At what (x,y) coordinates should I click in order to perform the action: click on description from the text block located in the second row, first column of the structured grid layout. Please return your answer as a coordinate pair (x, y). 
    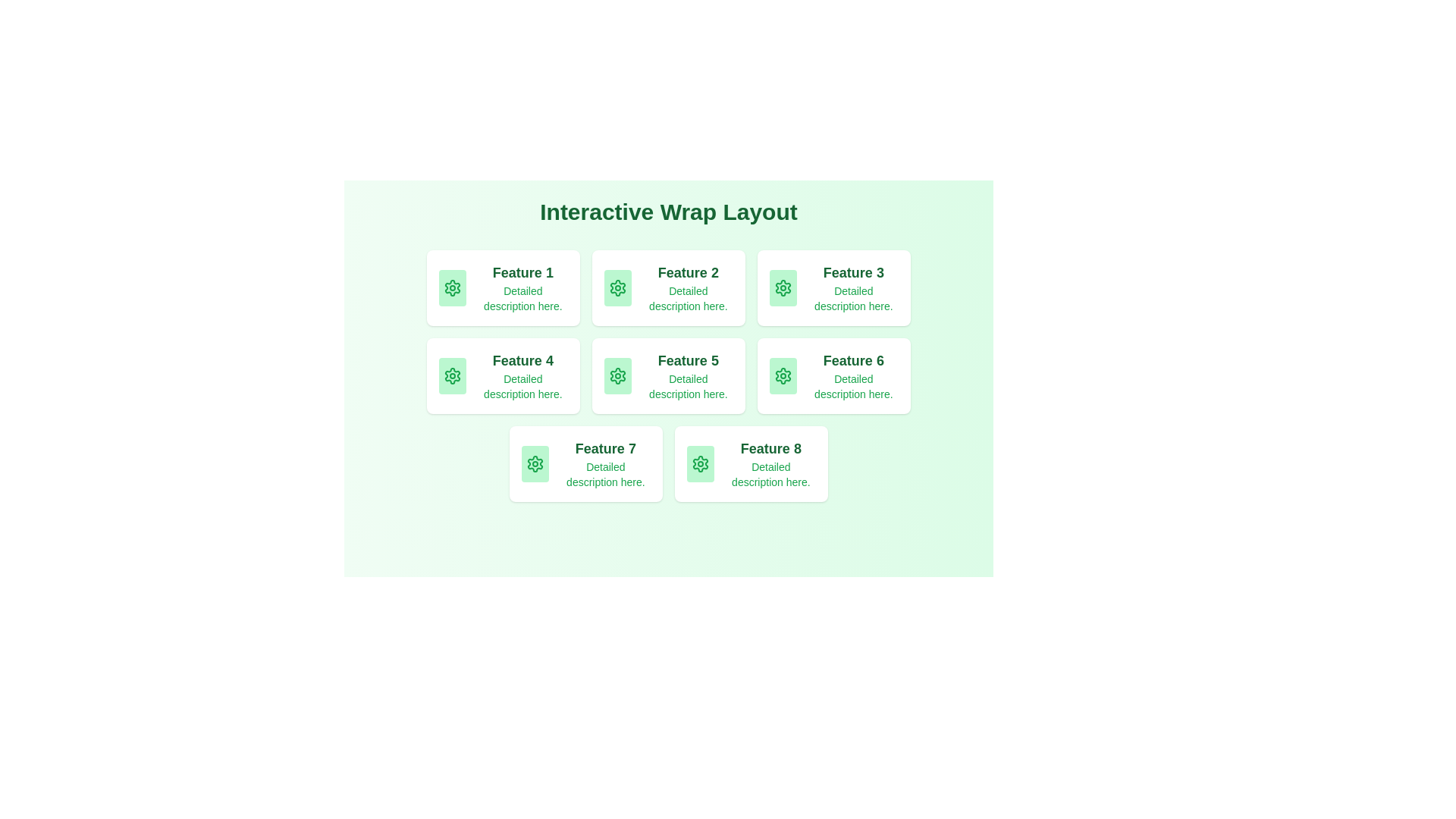
    Looking at the image, I should click on (522, 375).